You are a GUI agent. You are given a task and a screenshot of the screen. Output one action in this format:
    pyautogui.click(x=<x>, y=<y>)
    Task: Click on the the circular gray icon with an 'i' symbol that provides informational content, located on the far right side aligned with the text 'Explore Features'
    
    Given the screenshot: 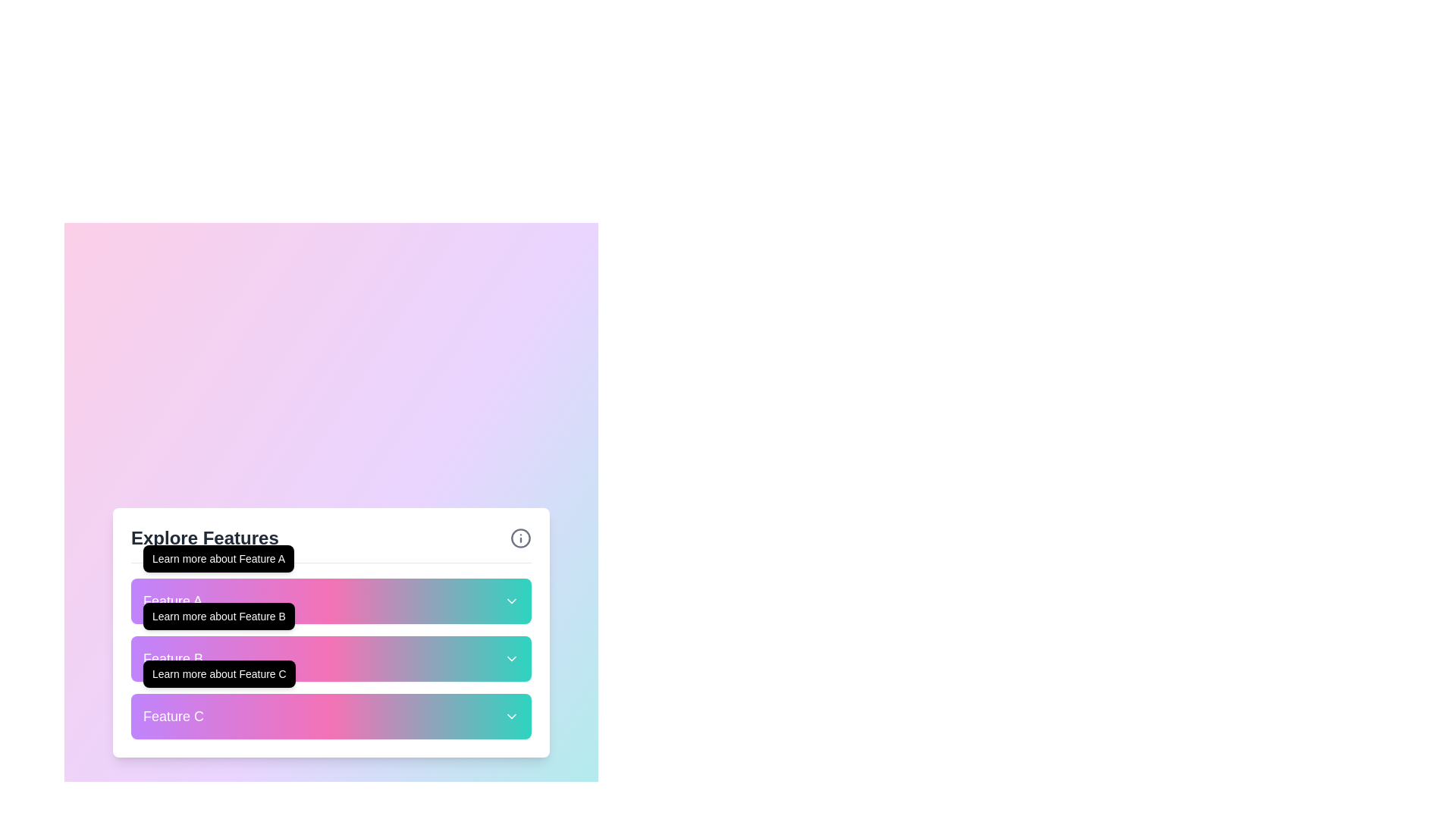 What is the action you would take?
    pyautogui.click(x=520, y=537)
    